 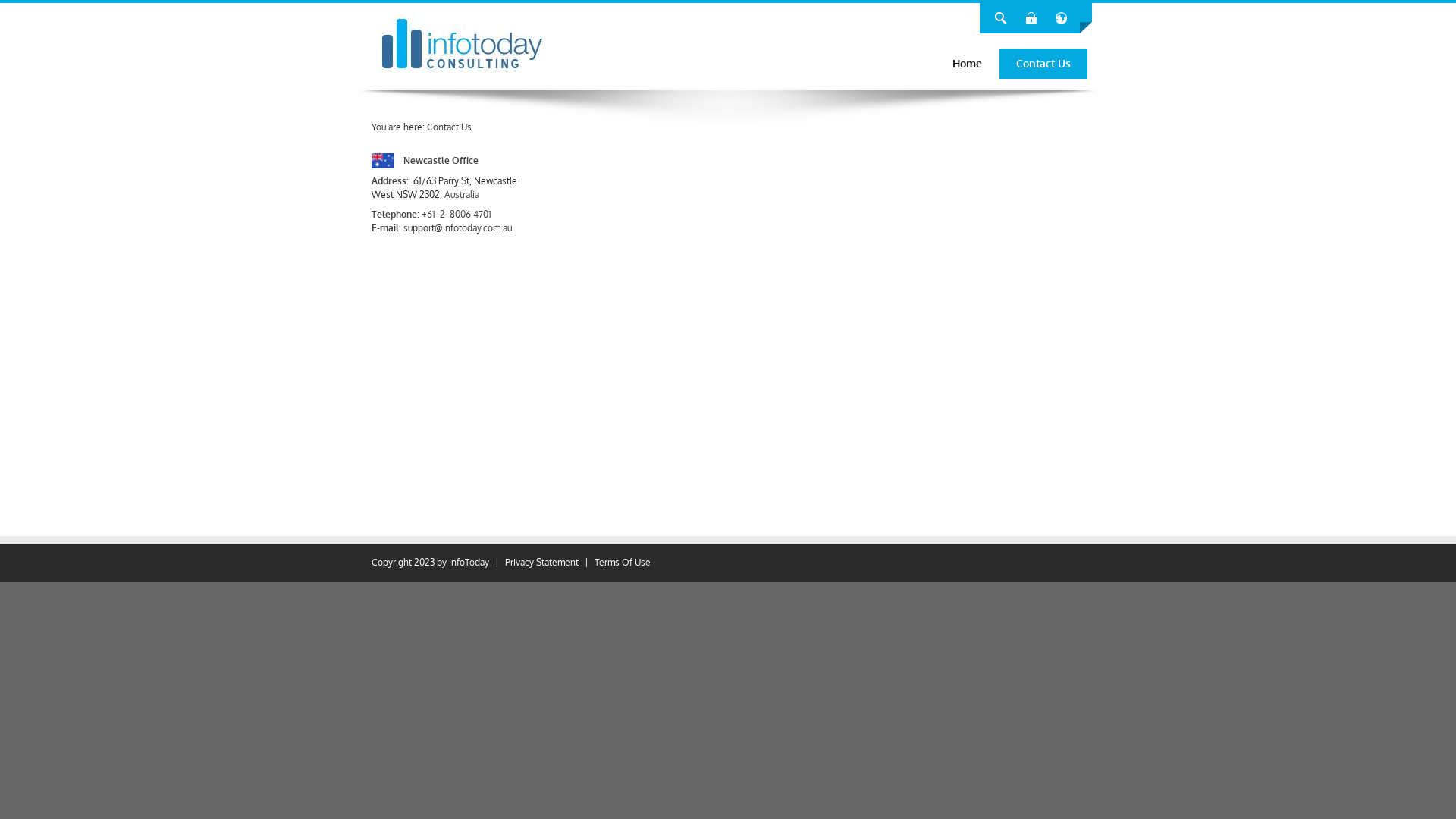 What do you see at coordinates (966, 63) in the screenshot?
I see `'Home'` at bounding box center [966, 63].